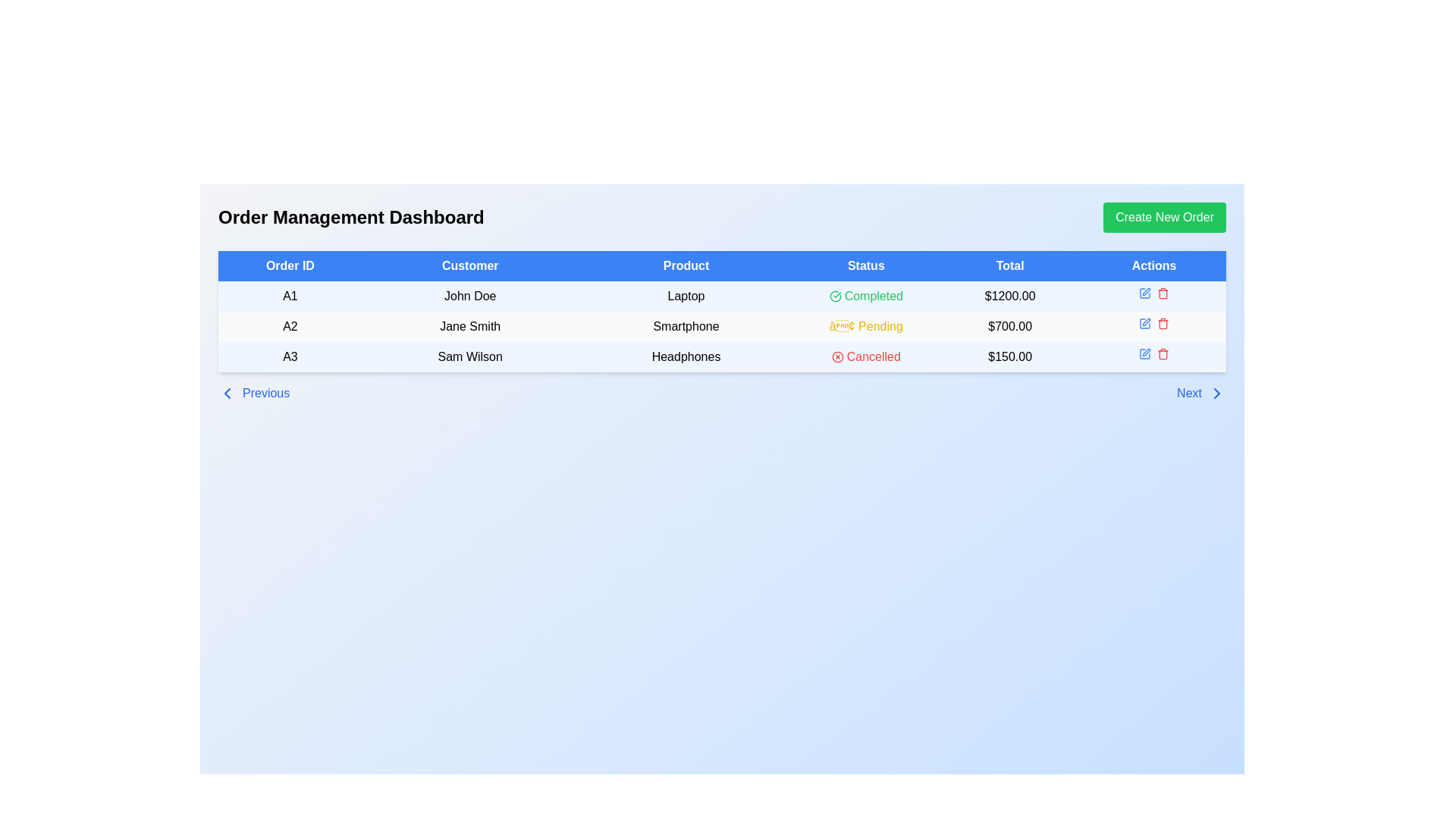 The image size is (1456, 819). I want to click on the green checkmark icon and 'Completed' text indicating the status of the 'Laptop' in the Status column of the table, so click(866, 296).